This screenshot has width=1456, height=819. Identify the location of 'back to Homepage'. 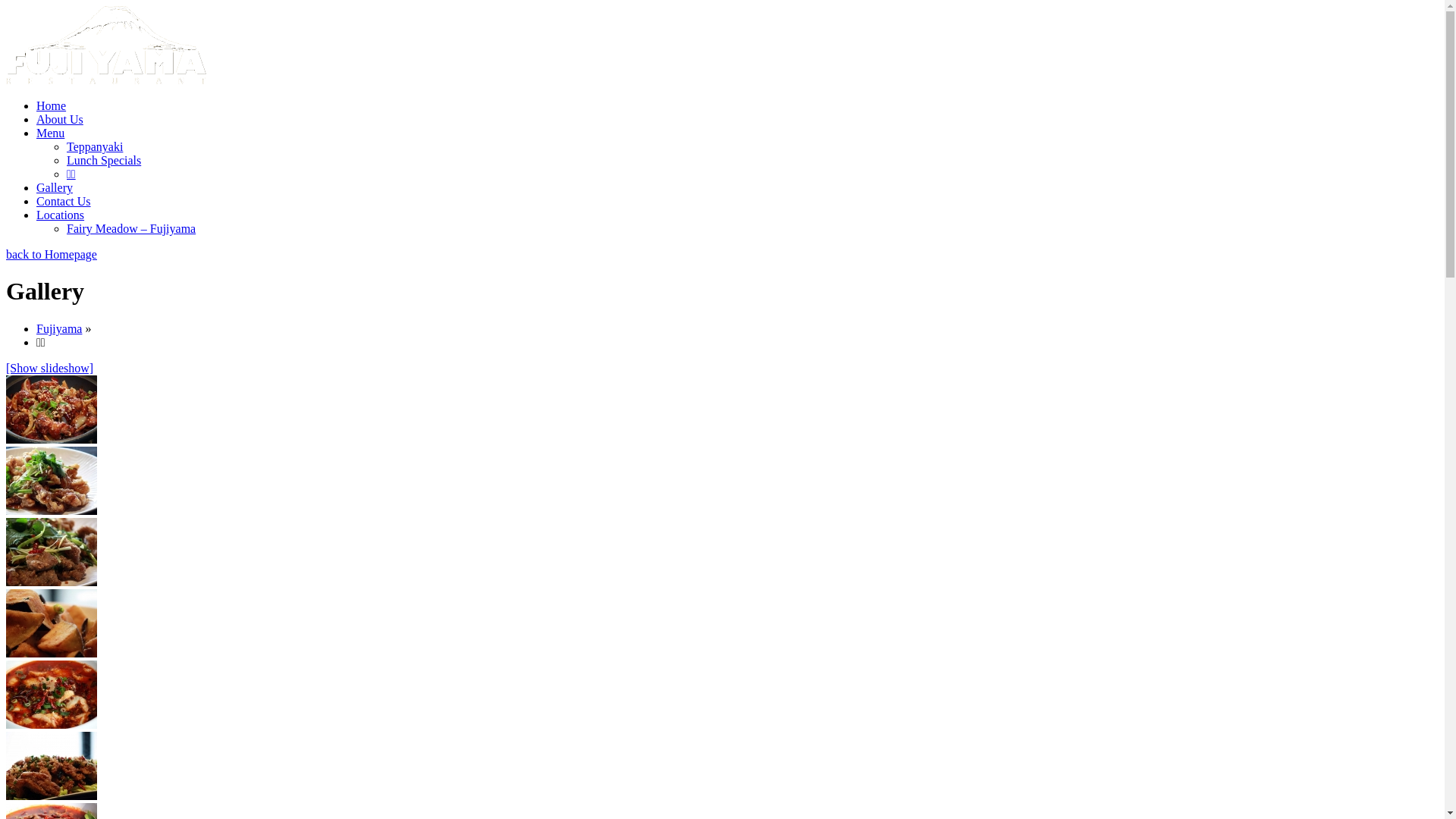
(51, 253).